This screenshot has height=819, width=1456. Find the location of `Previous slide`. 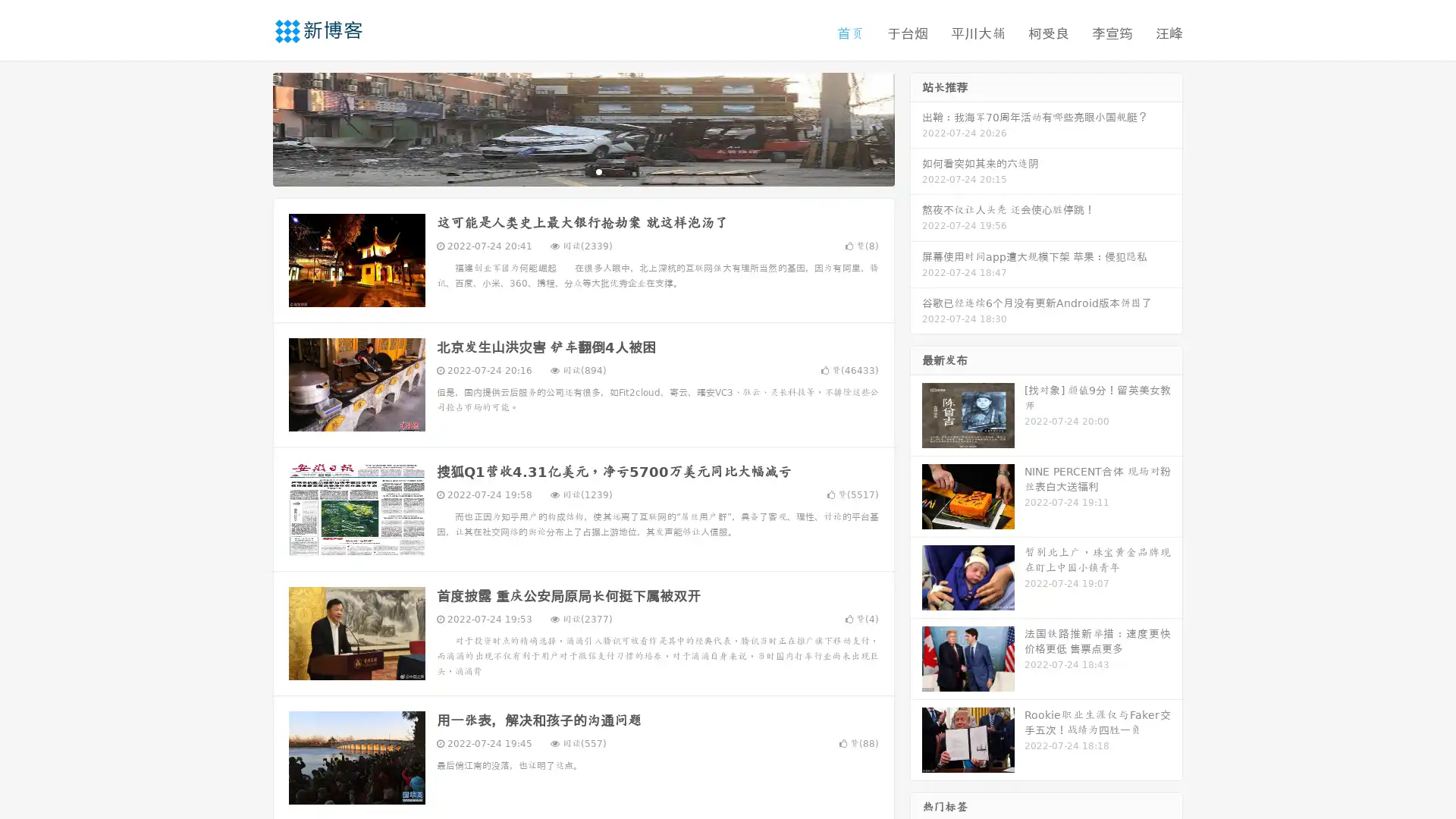

Previous slide is located at coordinates (250, 127).